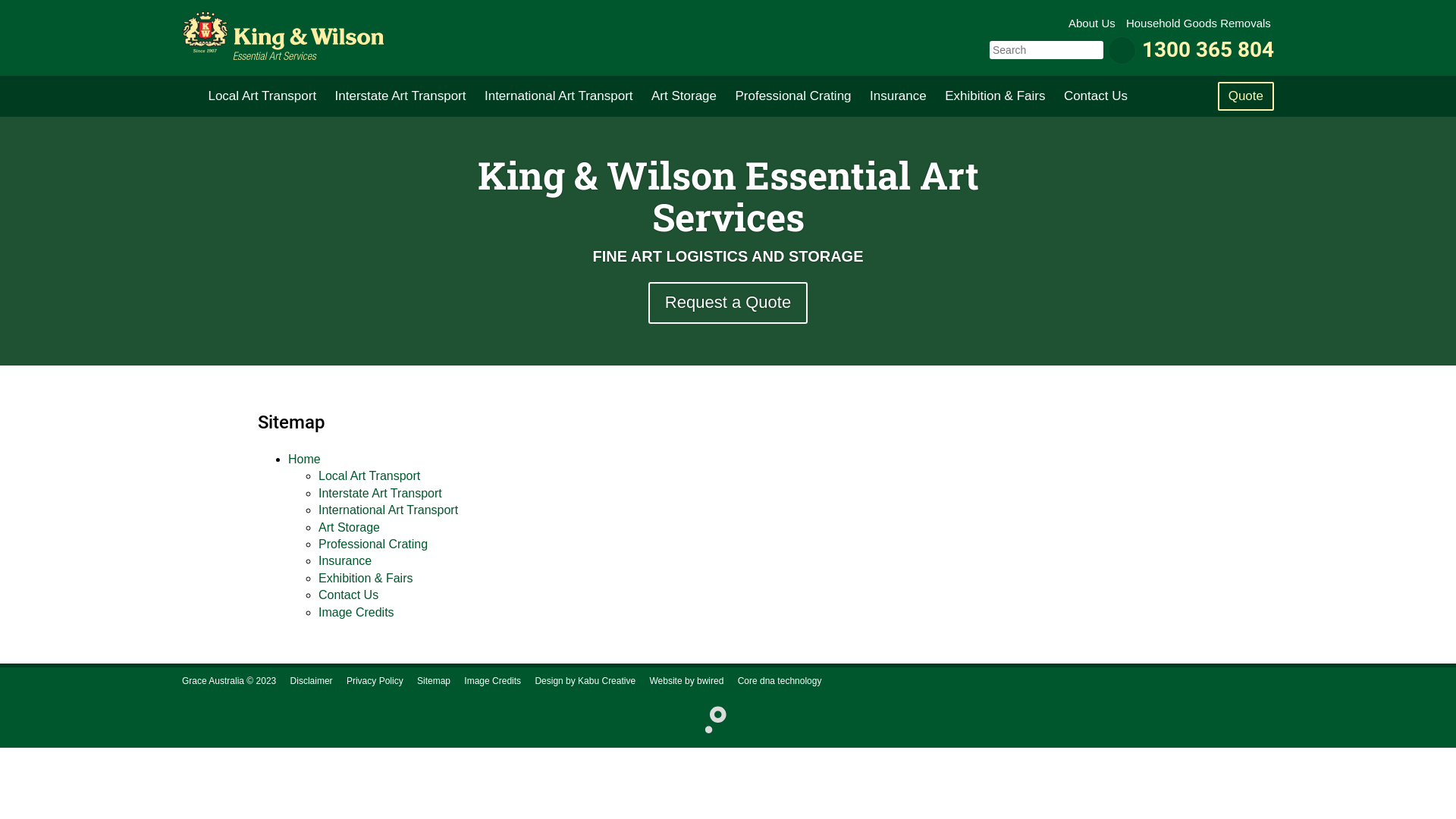 This screenshot has height=819, width=1456. I want to click on 'Local Art Transport', so click(199, 96).